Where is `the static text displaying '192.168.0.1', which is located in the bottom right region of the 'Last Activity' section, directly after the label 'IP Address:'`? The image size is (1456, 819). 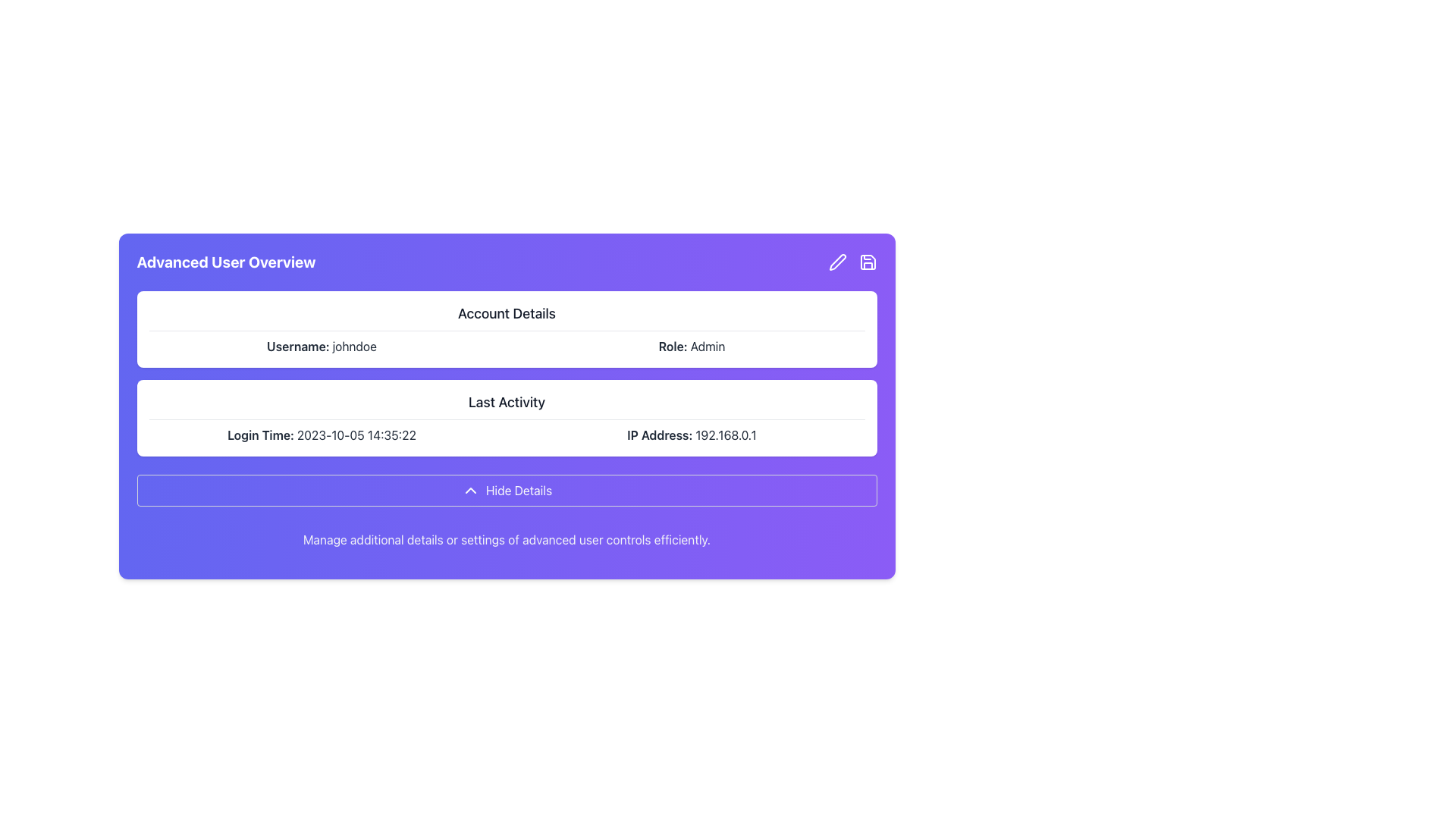 the static text displaying '192.168.0.1', which is located in the bottom right region of the 'Last Activity' section, directly after the label 'IP Address:' is located at coordinates (725, 435).